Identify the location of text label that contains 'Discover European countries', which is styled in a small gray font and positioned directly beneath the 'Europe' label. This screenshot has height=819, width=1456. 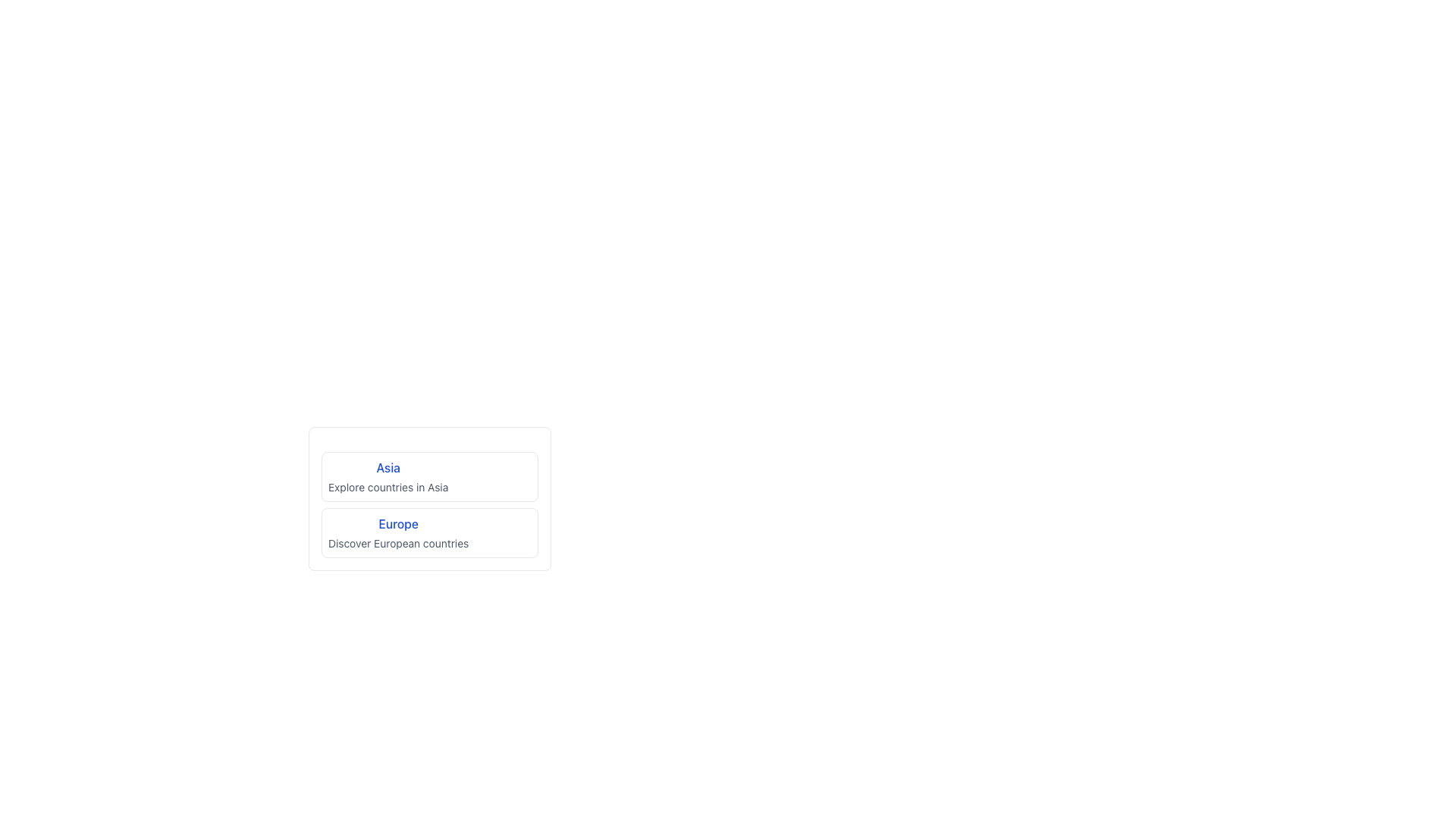
(398, 543).